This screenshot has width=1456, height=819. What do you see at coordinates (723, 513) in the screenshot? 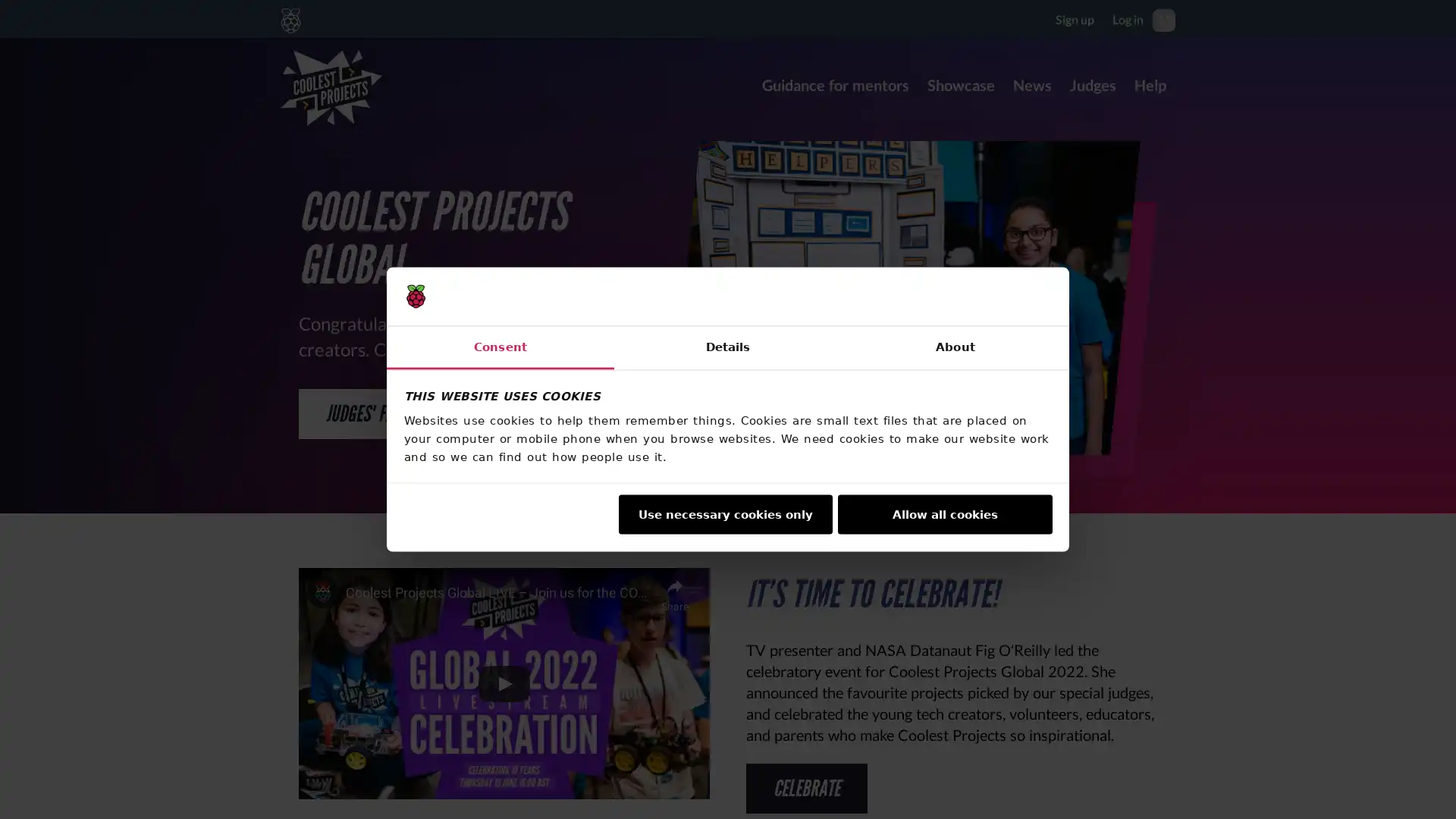
I see `Use necessary cookies only` at bounding box center [723, 513].